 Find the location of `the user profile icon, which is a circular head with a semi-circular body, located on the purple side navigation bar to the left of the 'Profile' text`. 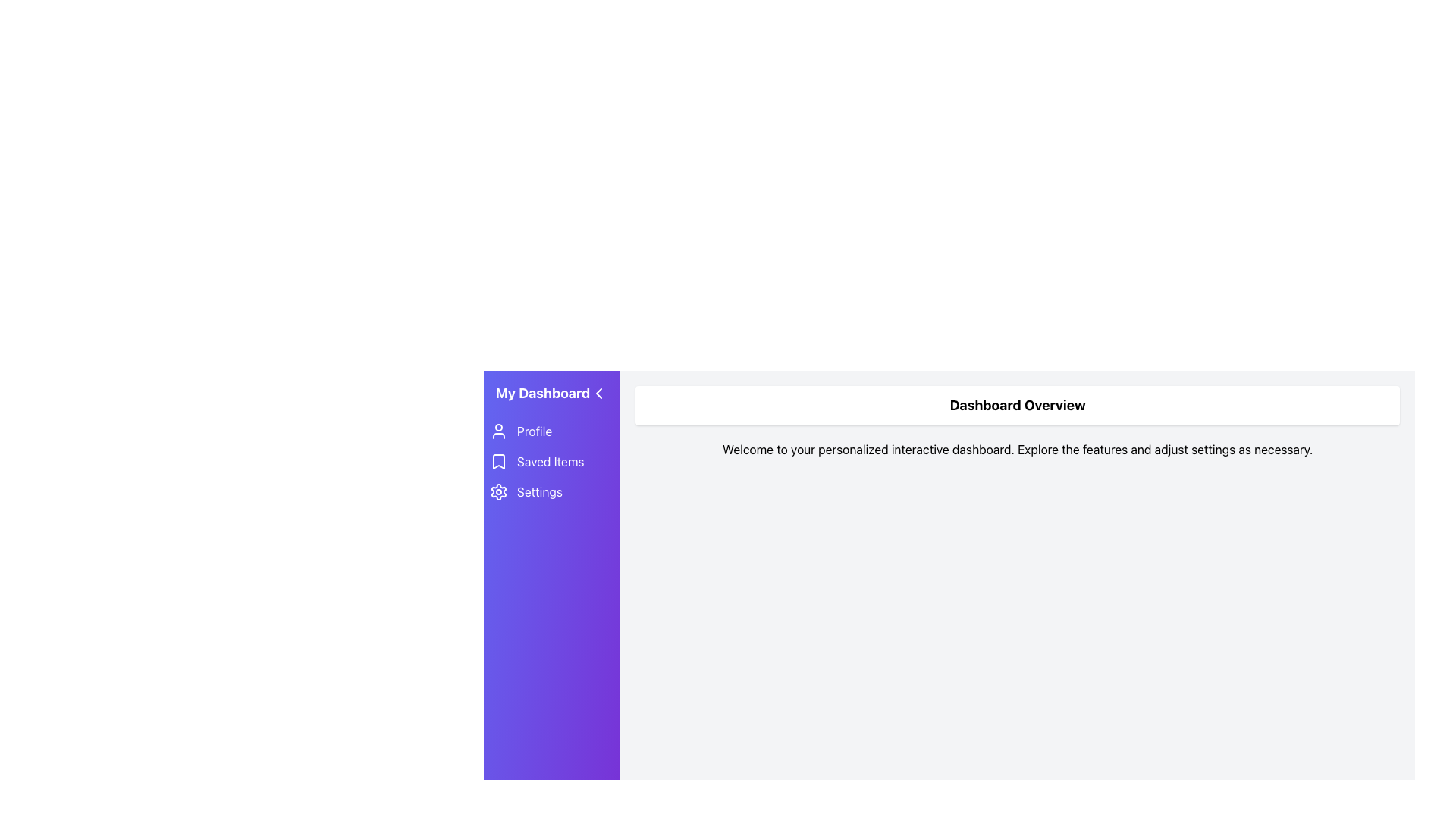

the user profile icon, which is a circular head with a semi-circular body, located on the purple side navigation bar to the left of the 'Profile' text is located at coordinates (498, 431).